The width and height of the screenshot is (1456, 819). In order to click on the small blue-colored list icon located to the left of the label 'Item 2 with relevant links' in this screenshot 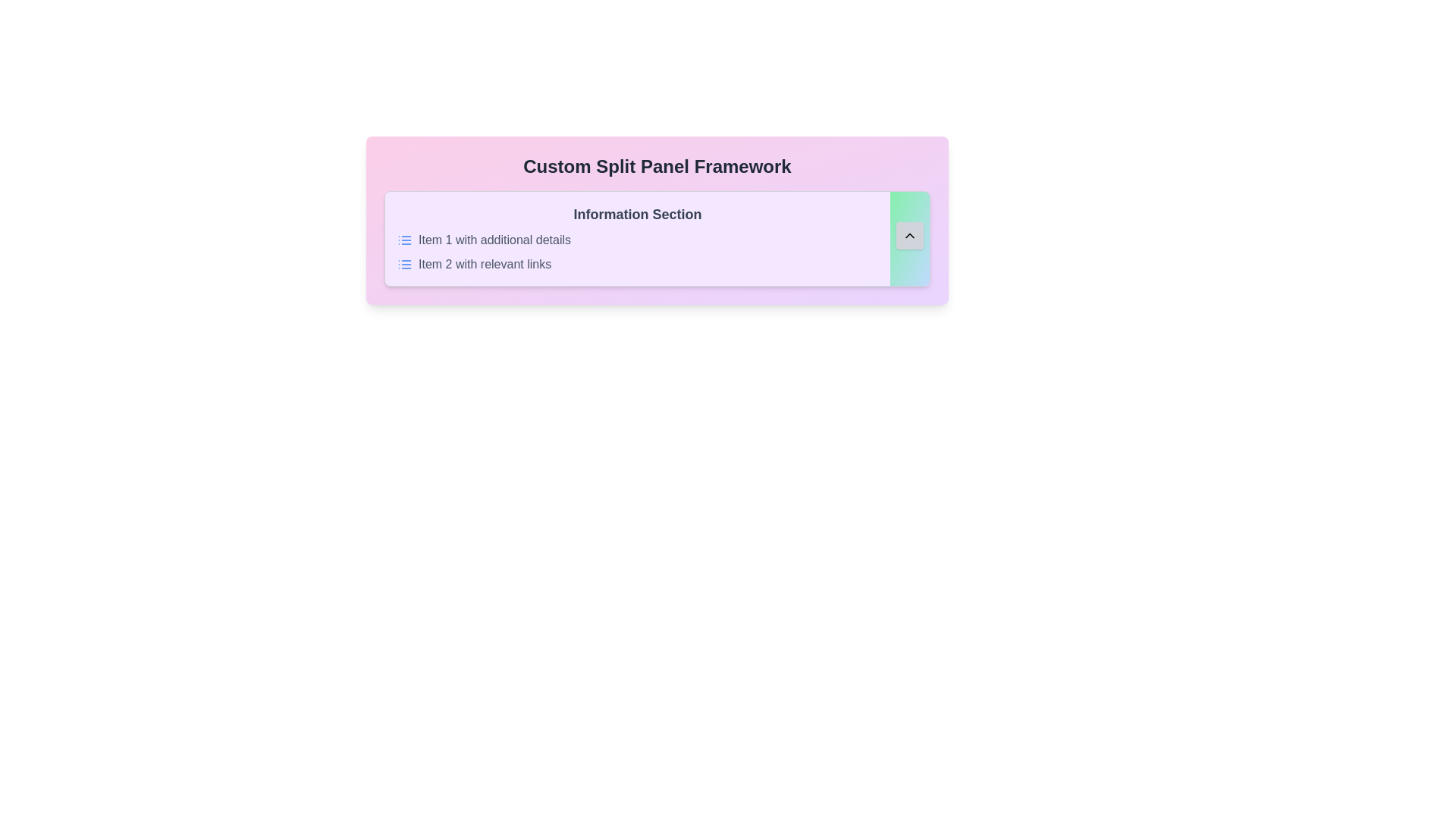, I will do `click(404, 263)`.